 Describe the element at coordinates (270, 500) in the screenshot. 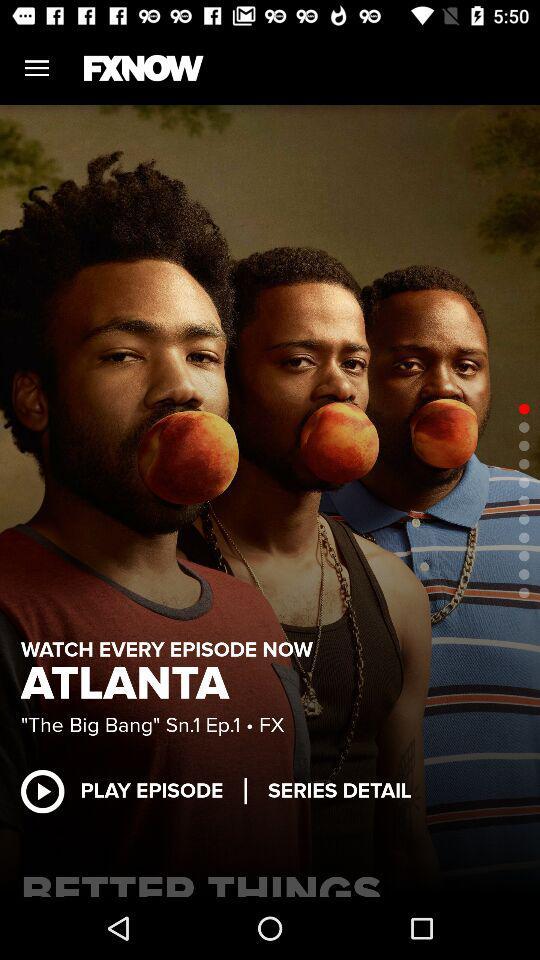

I see `item at the center` at that location.